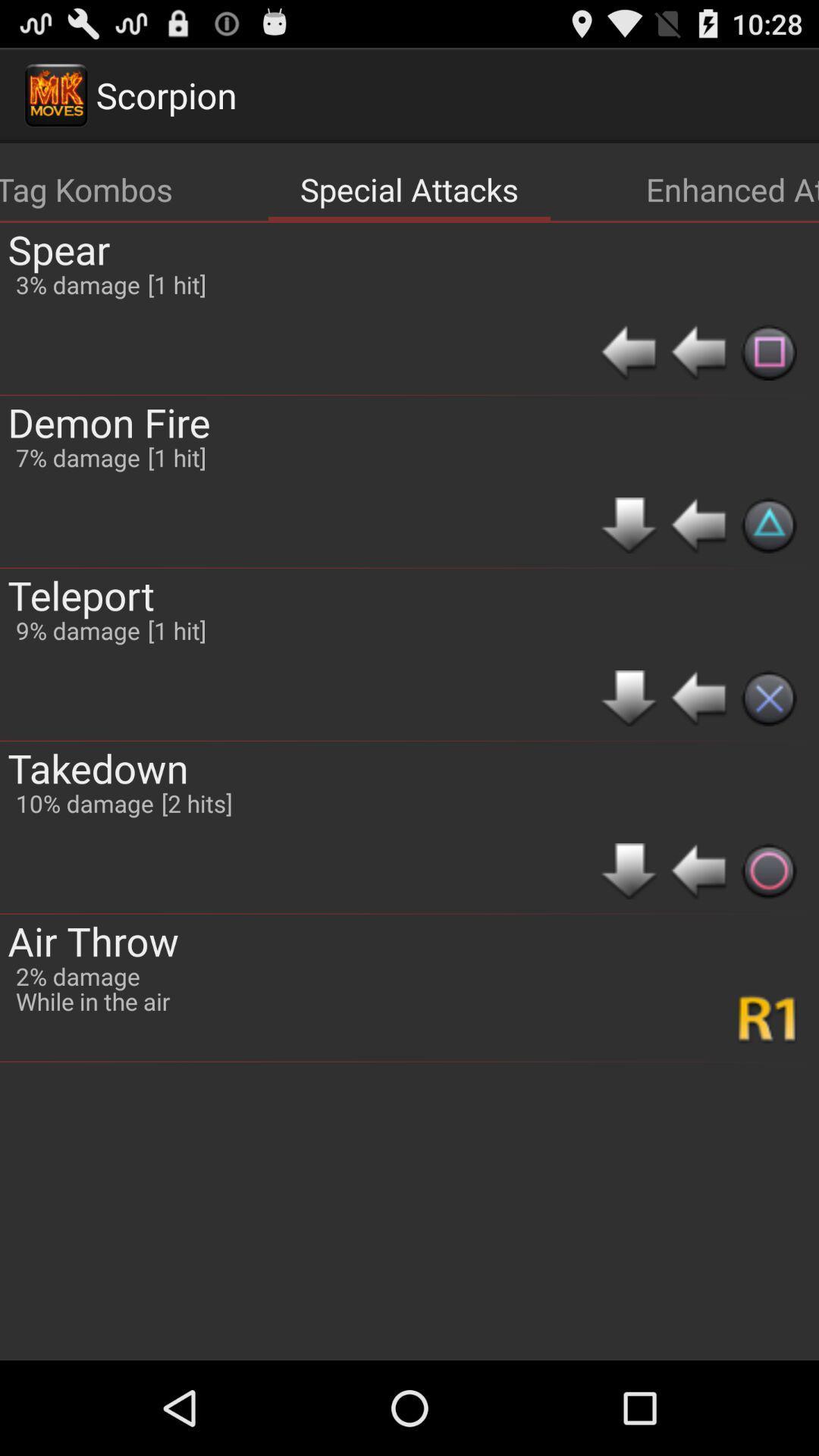 The width and height of the screenshot is (819, 1456). What do you see at coordinates (86, 188) in the screenshot?
I see `tag kombos` at bounding box center [86, 188].